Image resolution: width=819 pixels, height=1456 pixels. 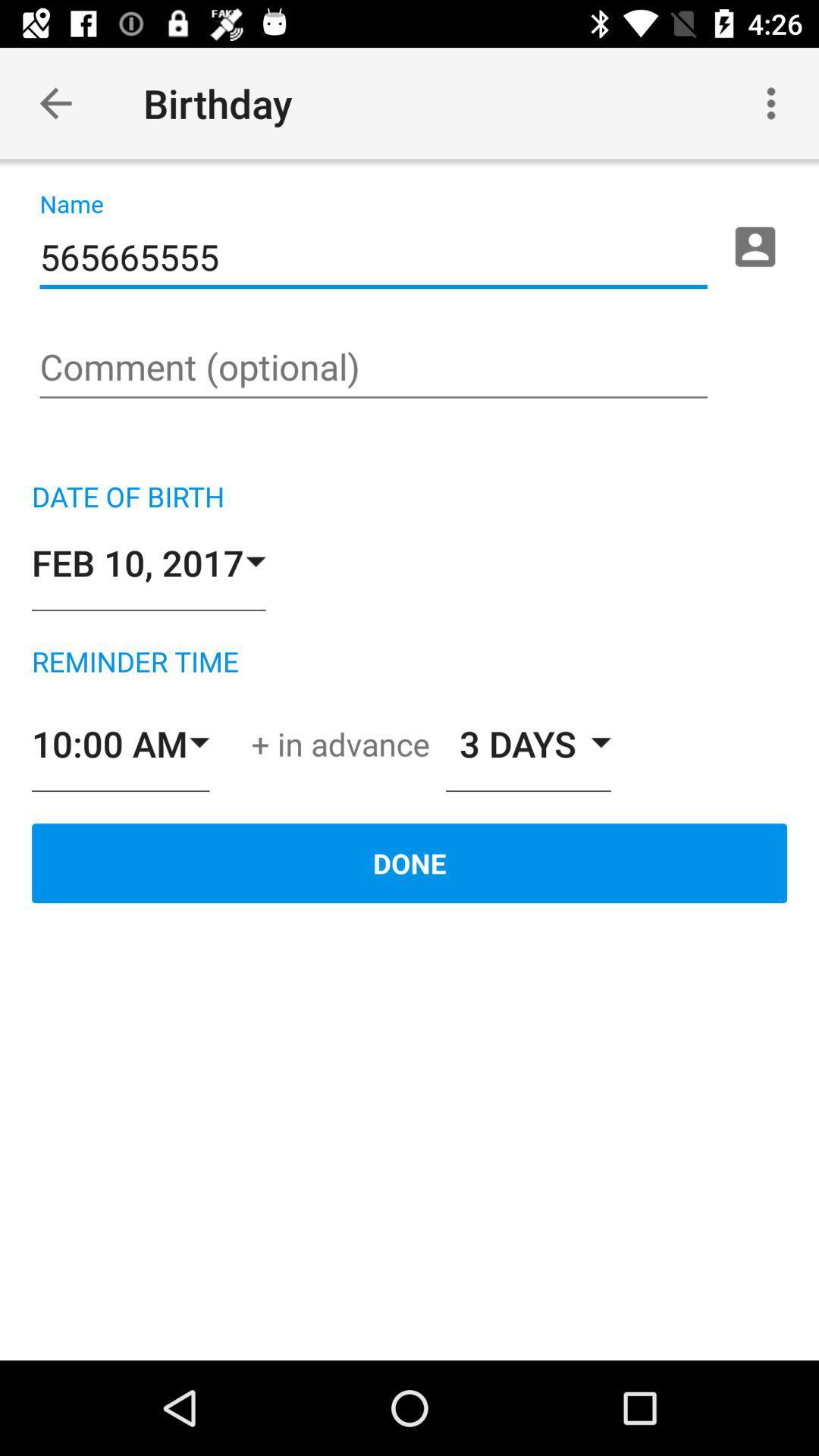 What do you see at coordinates (373, 369) in the screenshot?
I see `insert a optional comment` at bounding box center [373, 369].